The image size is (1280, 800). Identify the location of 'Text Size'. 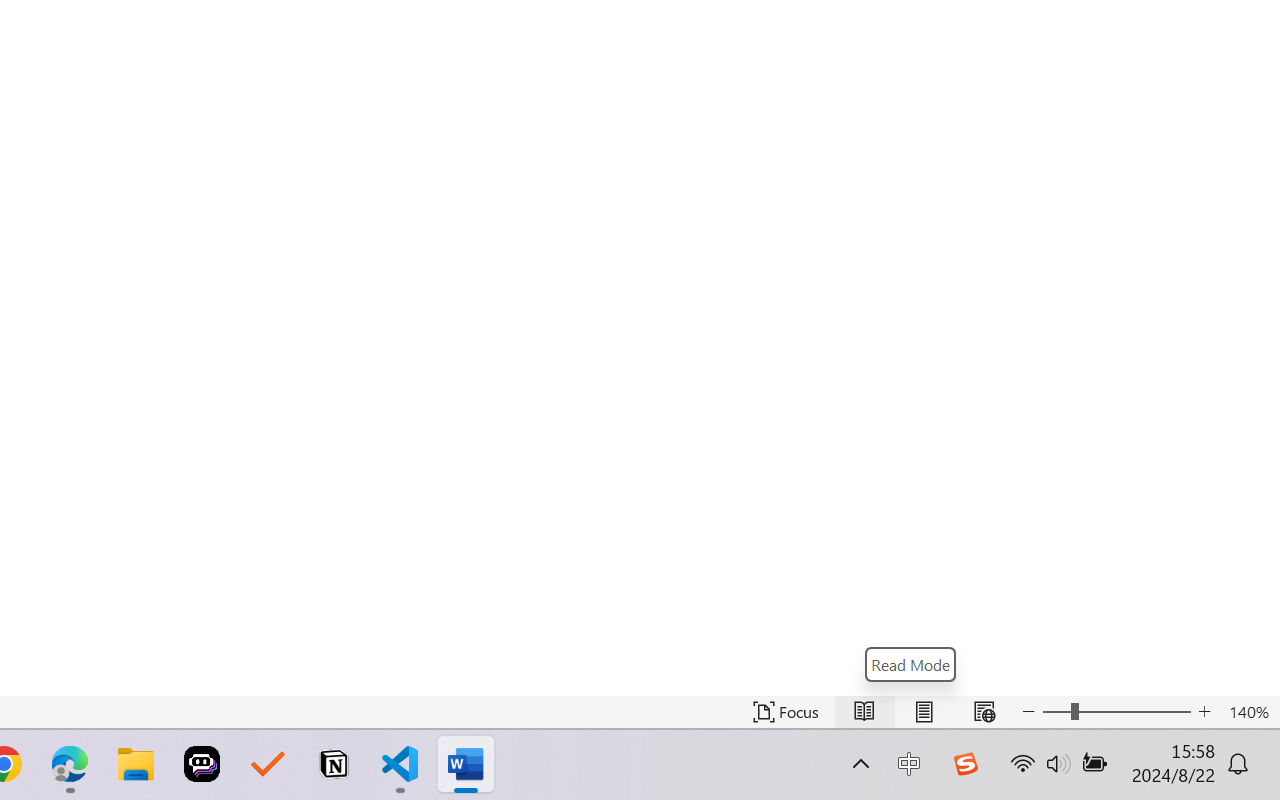
(1115, 711).